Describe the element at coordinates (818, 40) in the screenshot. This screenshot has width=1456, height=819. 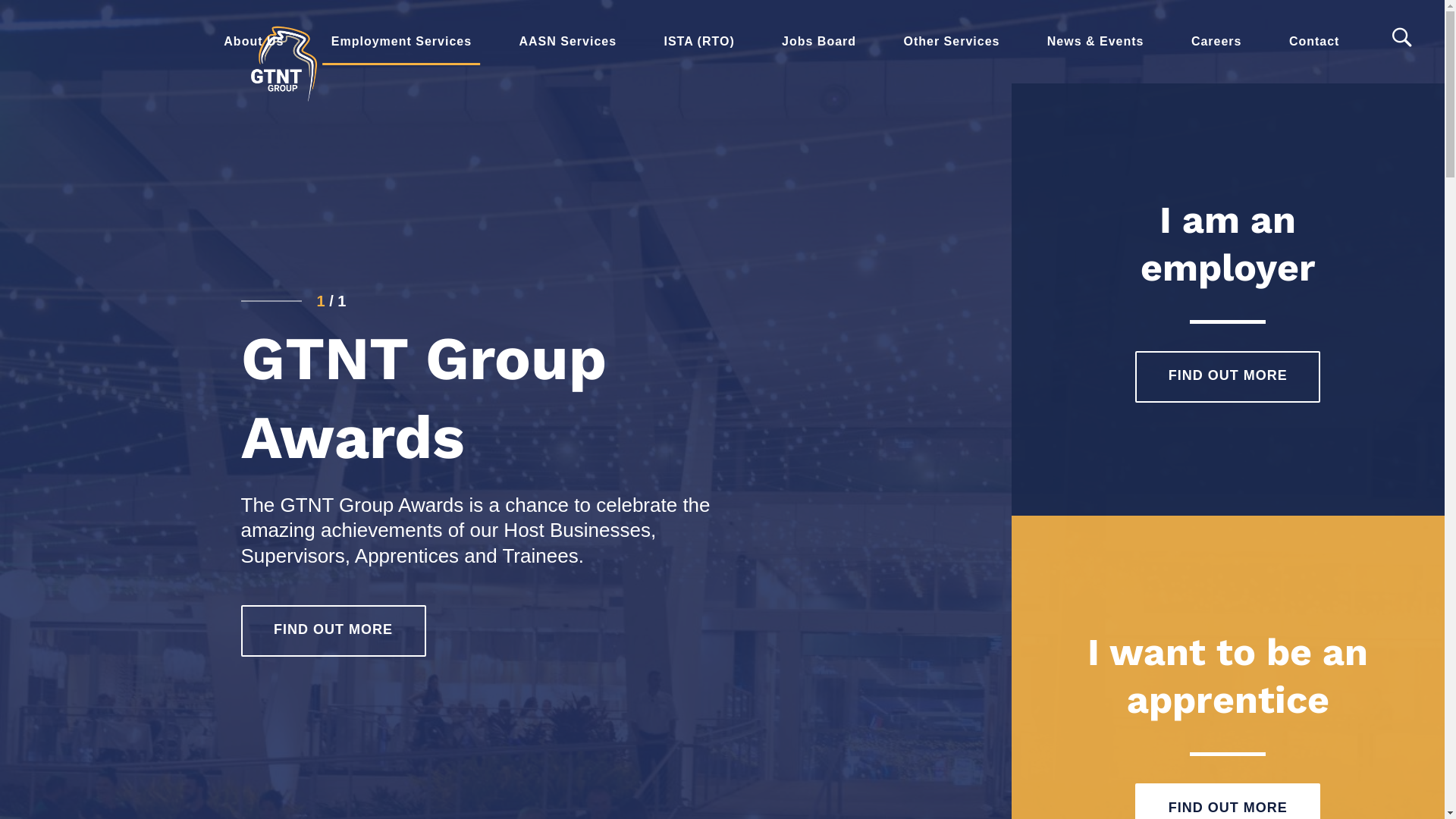
I see `'Jobs Board'` at that location.